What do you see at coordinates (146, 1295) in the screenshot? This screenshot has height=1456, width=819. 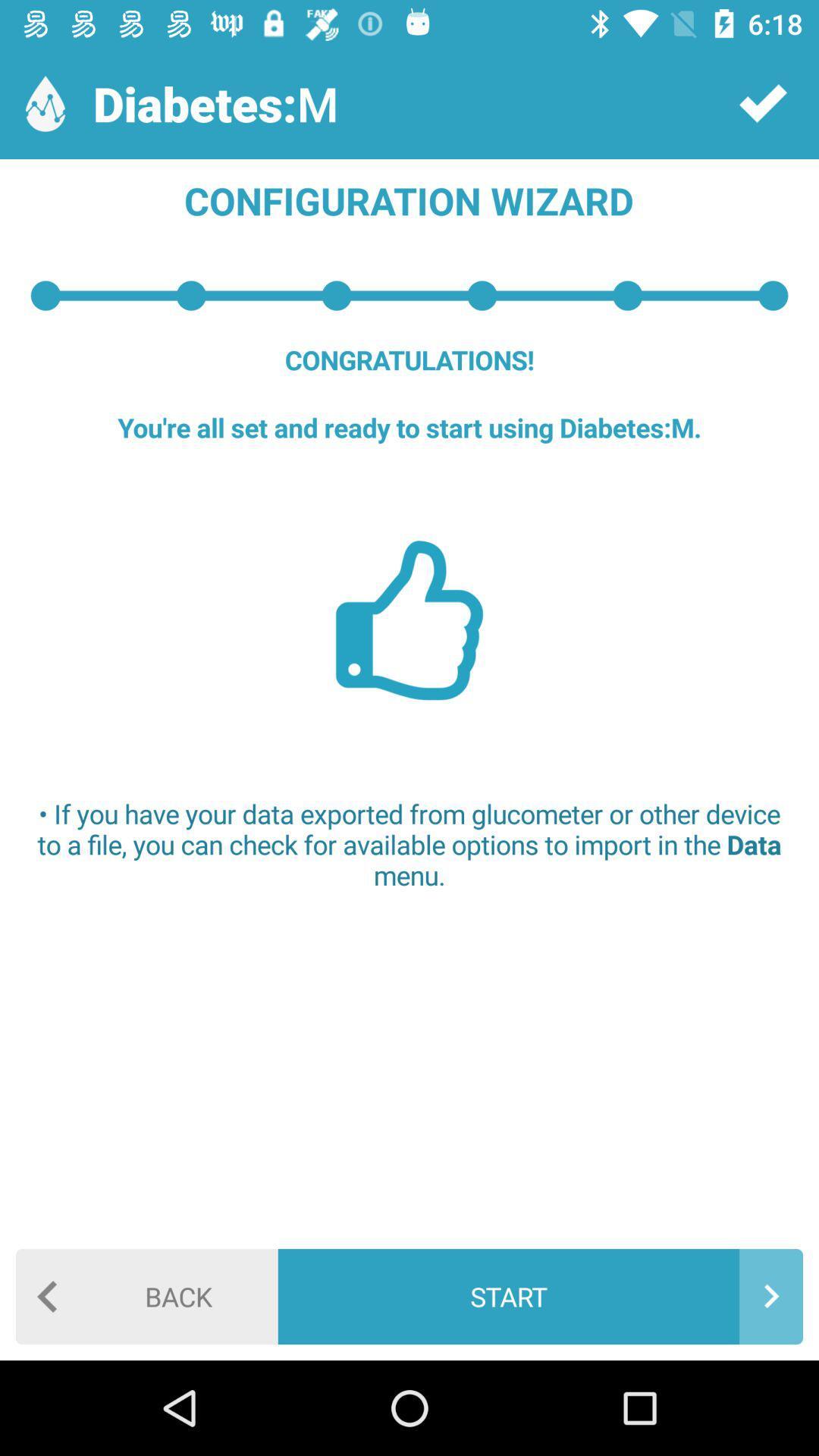 I see `the back` at bounding box center [146, 1295].